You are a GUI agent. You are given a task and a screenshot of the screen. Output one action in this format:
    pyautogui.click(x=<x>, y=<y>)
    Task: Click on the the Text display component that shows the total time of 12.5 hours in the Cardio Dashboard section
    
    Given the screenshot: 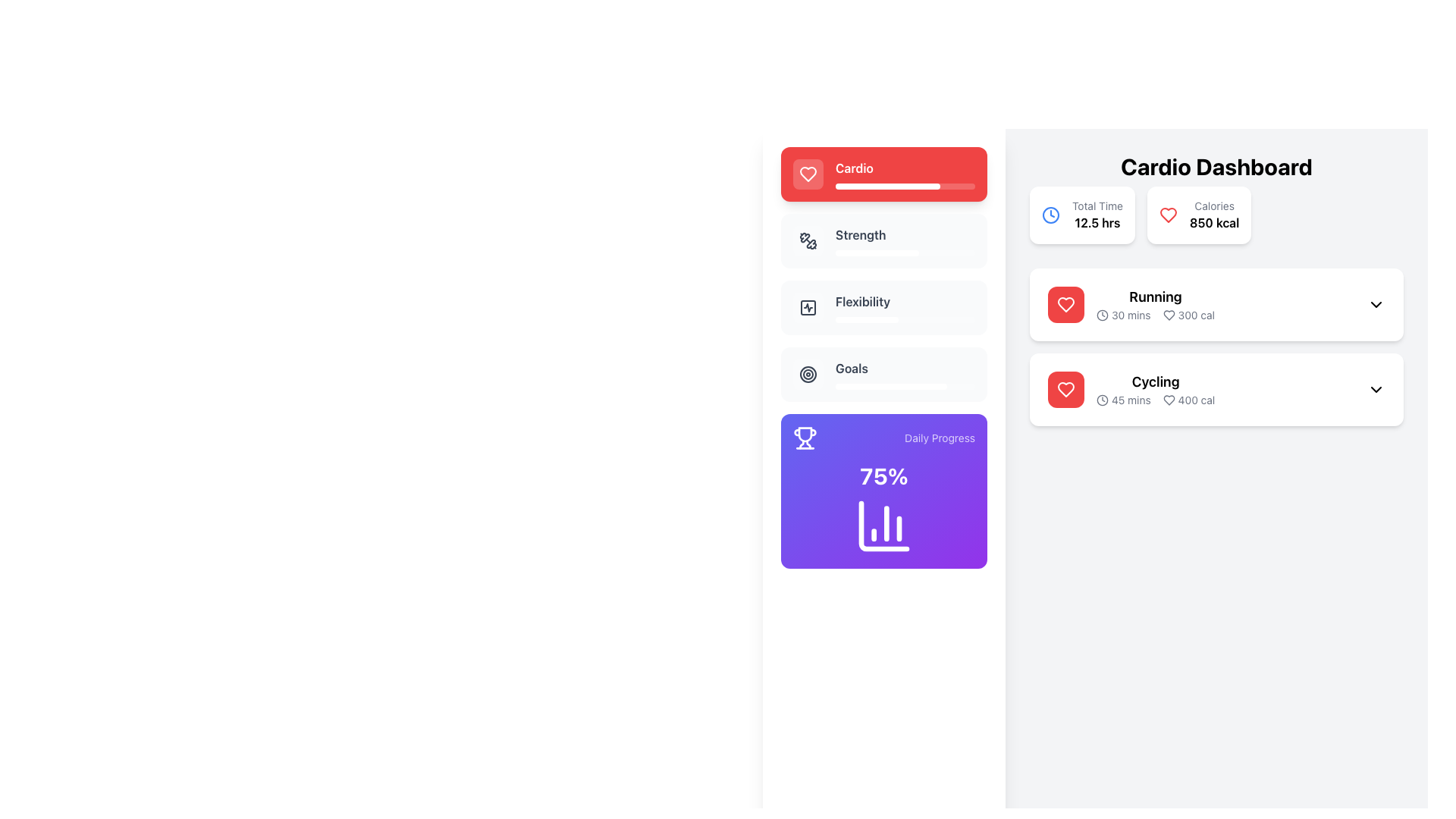 What is the action you would take?
    pyautogui.click(x=1097, y=215)
    